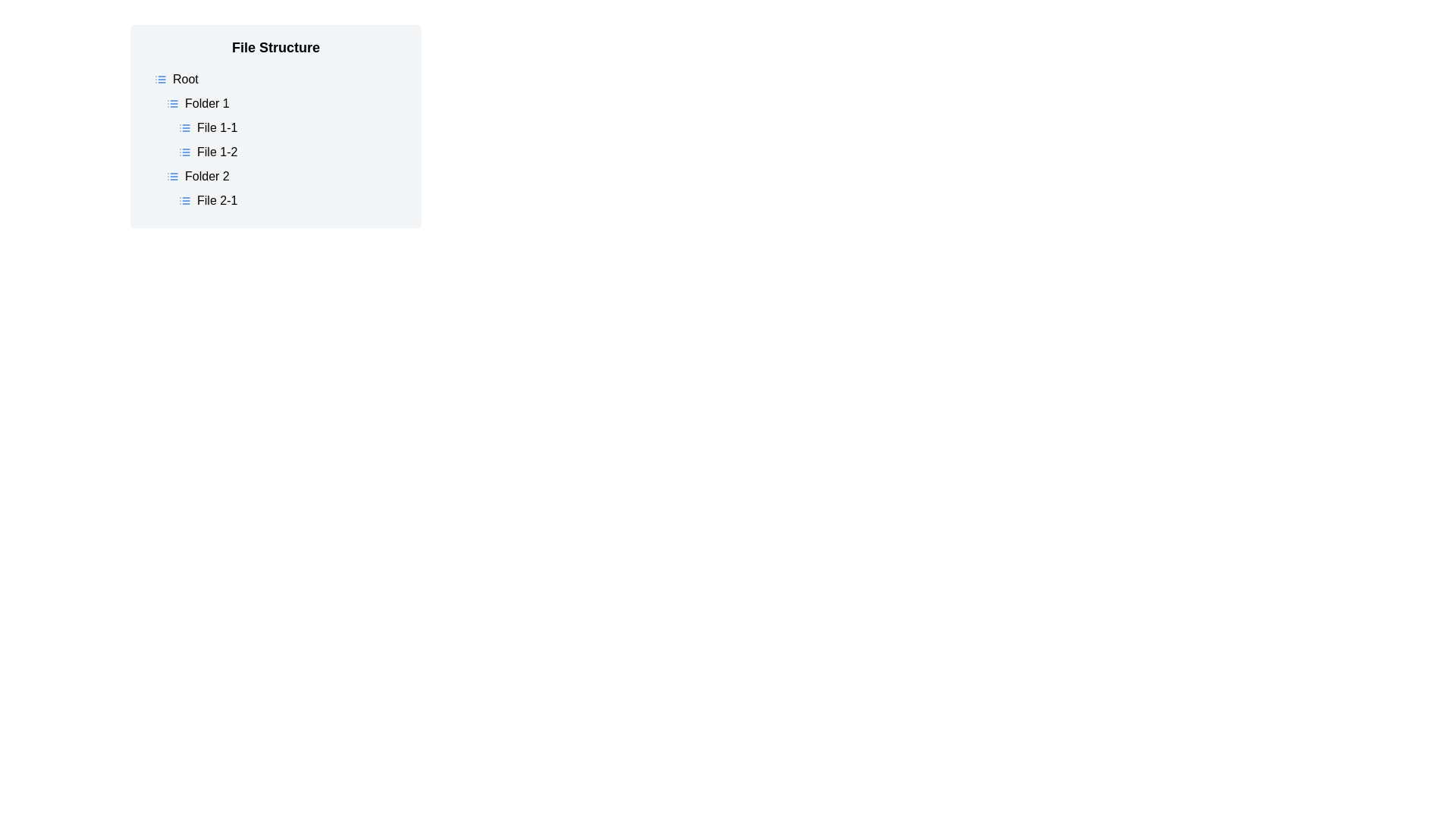  What do you see at coordinates (206, 175) in the screenshot?
I see `the text label displaying 'Folder 2', which is the third item under the 'Folder 1' node in the vertical list of the 'File Structure' section` at bounding box center [206, 175].